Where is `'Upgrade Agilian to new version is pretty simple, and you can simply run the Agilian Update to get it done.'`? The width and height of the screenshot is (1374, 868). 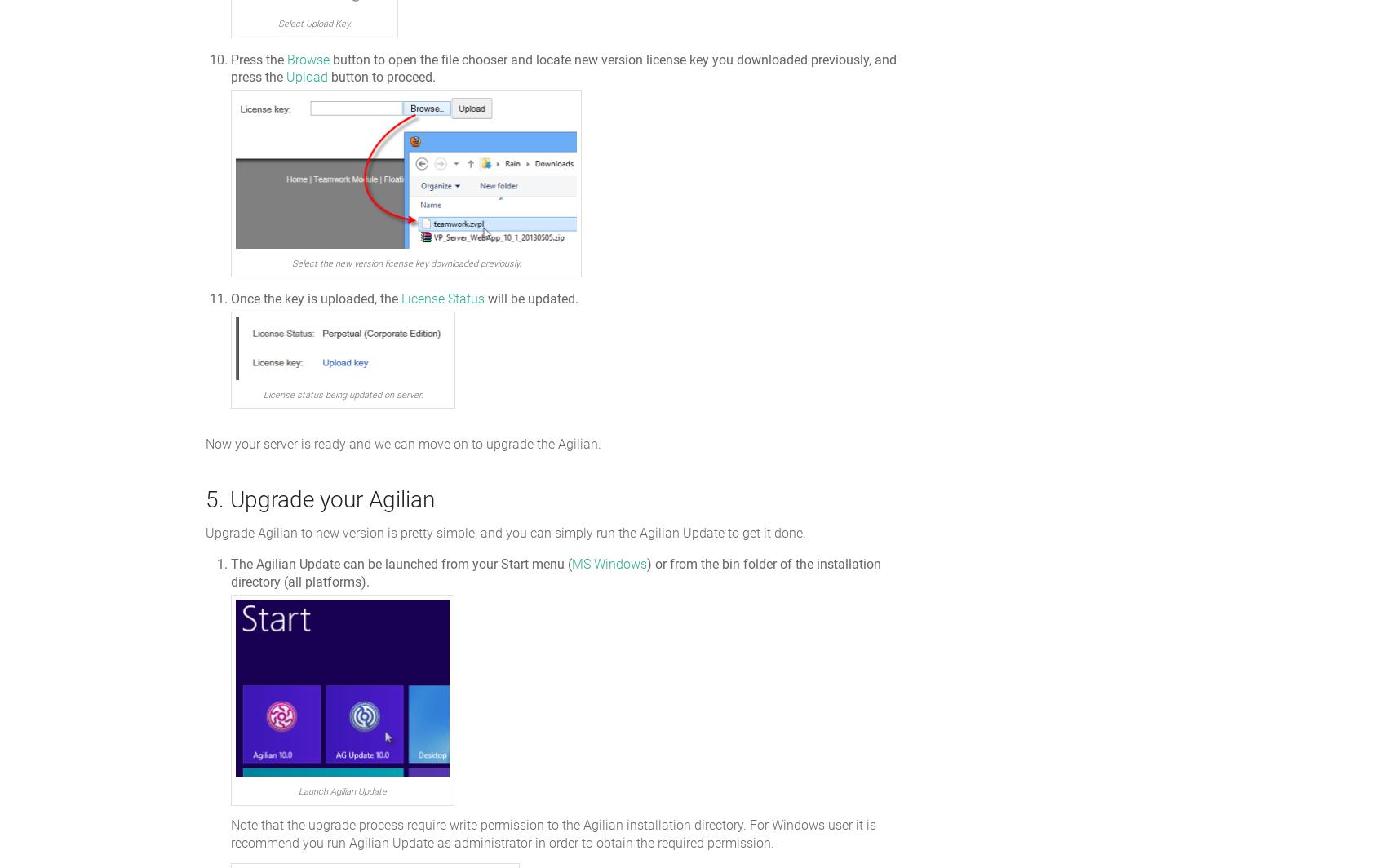
'Upgrade Agilian to new version is pretty simple, and you can simply run the Agilian Update to get it done.' is located at coordinates (505, 533).